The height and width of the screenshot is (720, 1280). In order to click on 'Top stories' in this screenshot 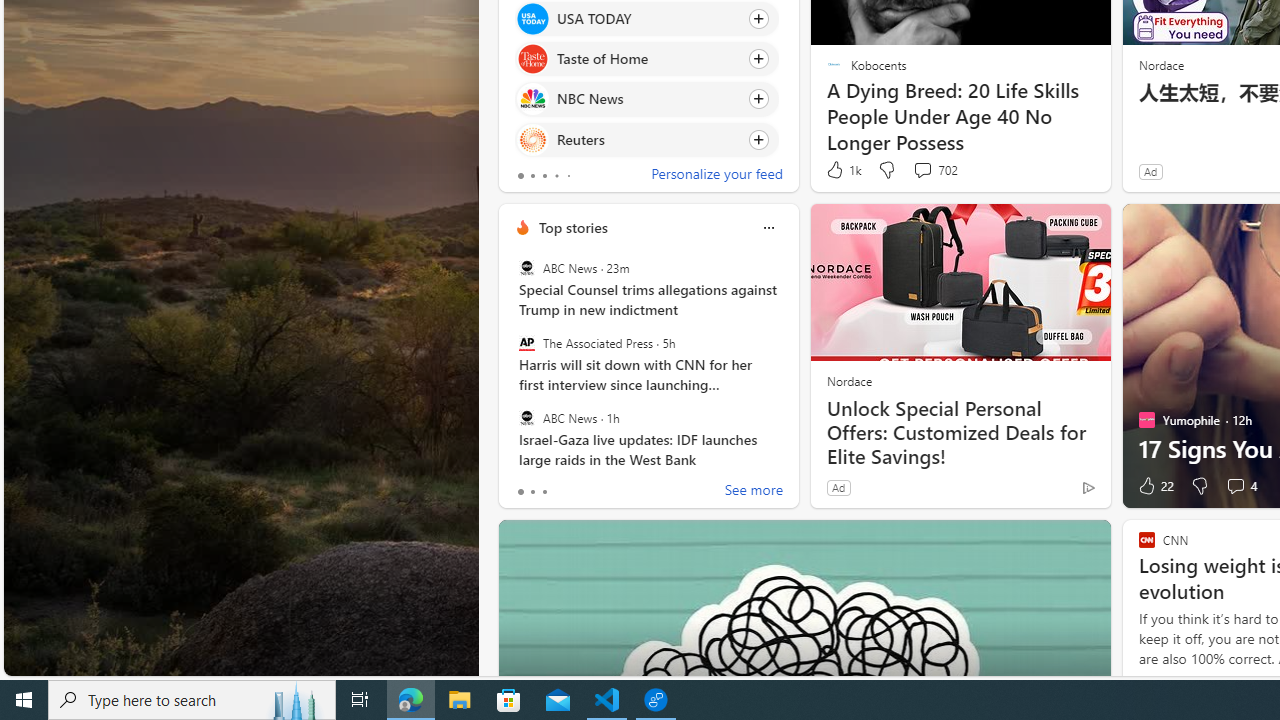, I will do `click(571, 226)`.